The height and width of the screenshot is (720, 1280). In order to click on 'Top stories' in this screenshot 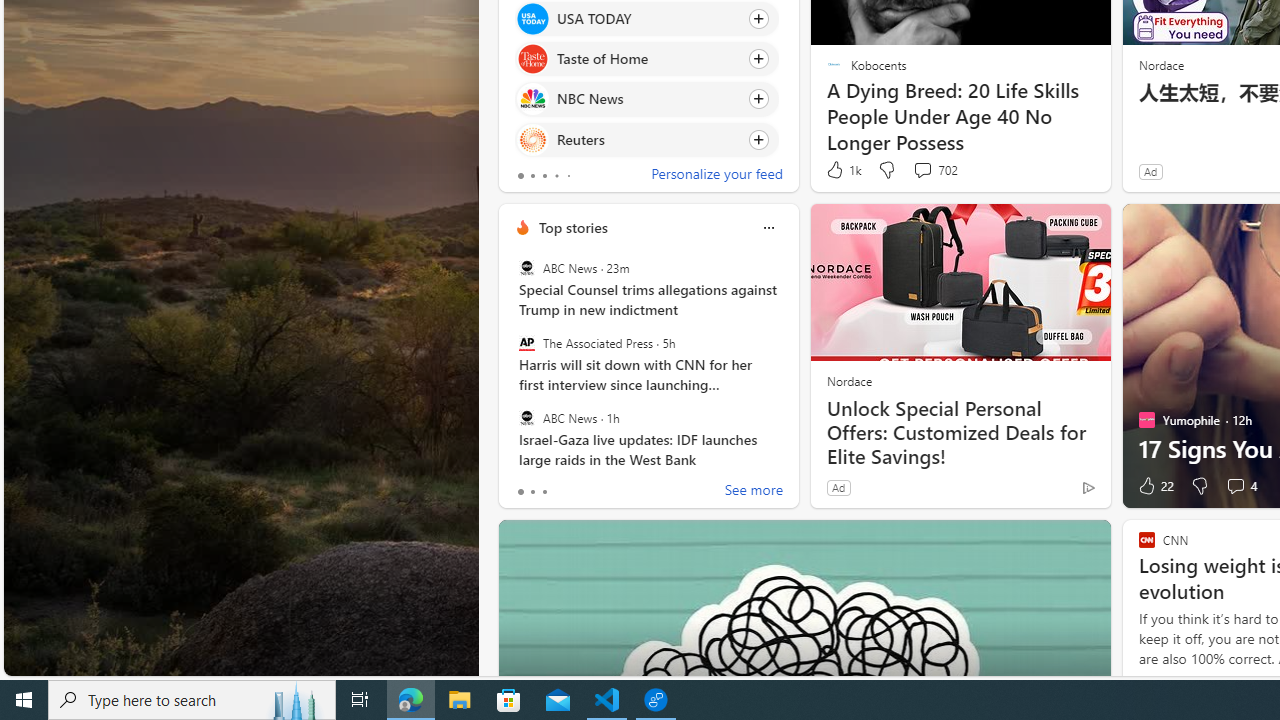, I will do `click(571, 226)`.